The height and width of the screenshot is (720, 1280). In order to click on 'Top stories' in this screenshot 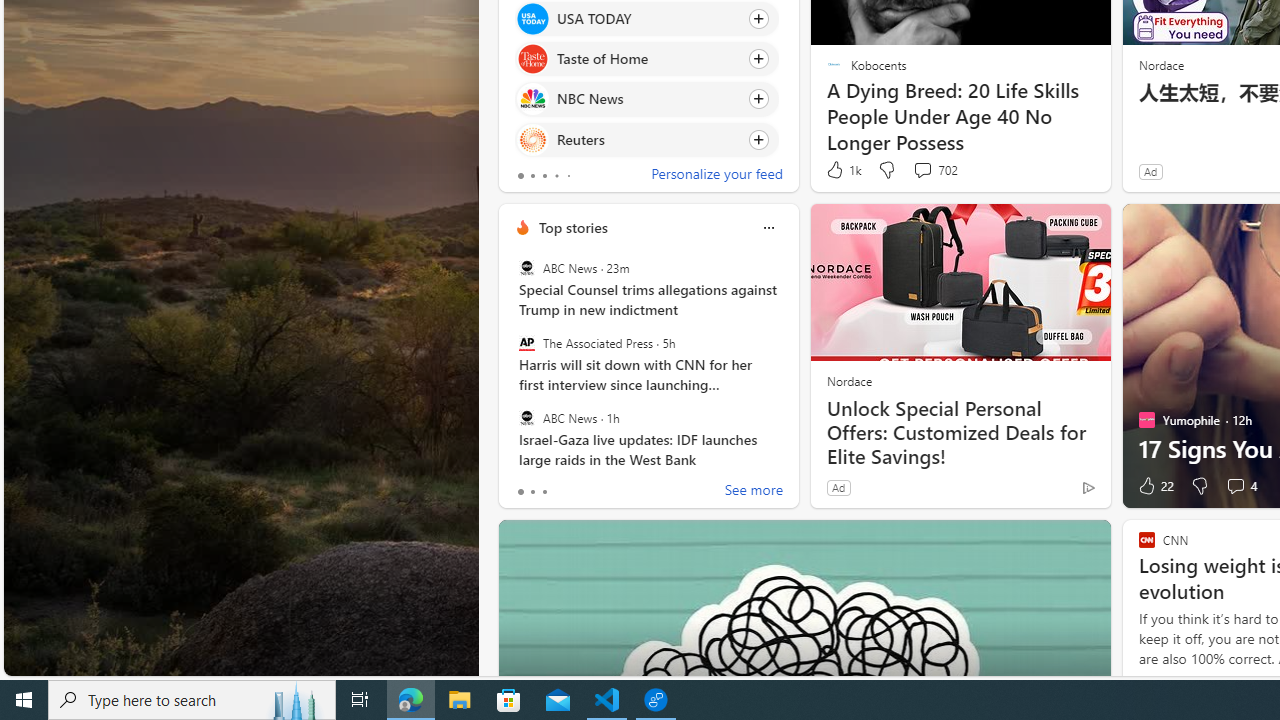, I will do `click(571, 226)`.